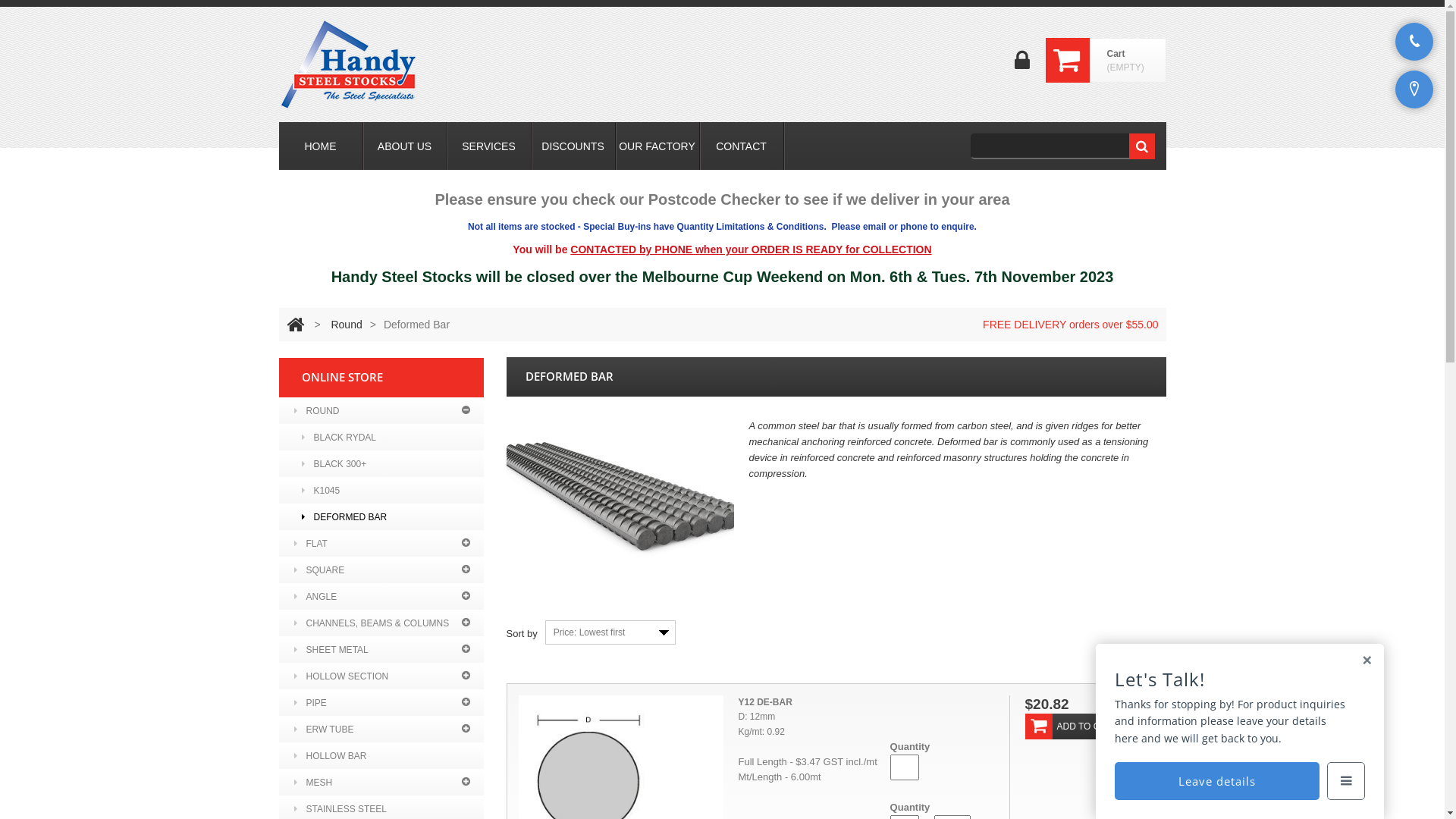  I want to click on 'PIPE', so click(381, 702).